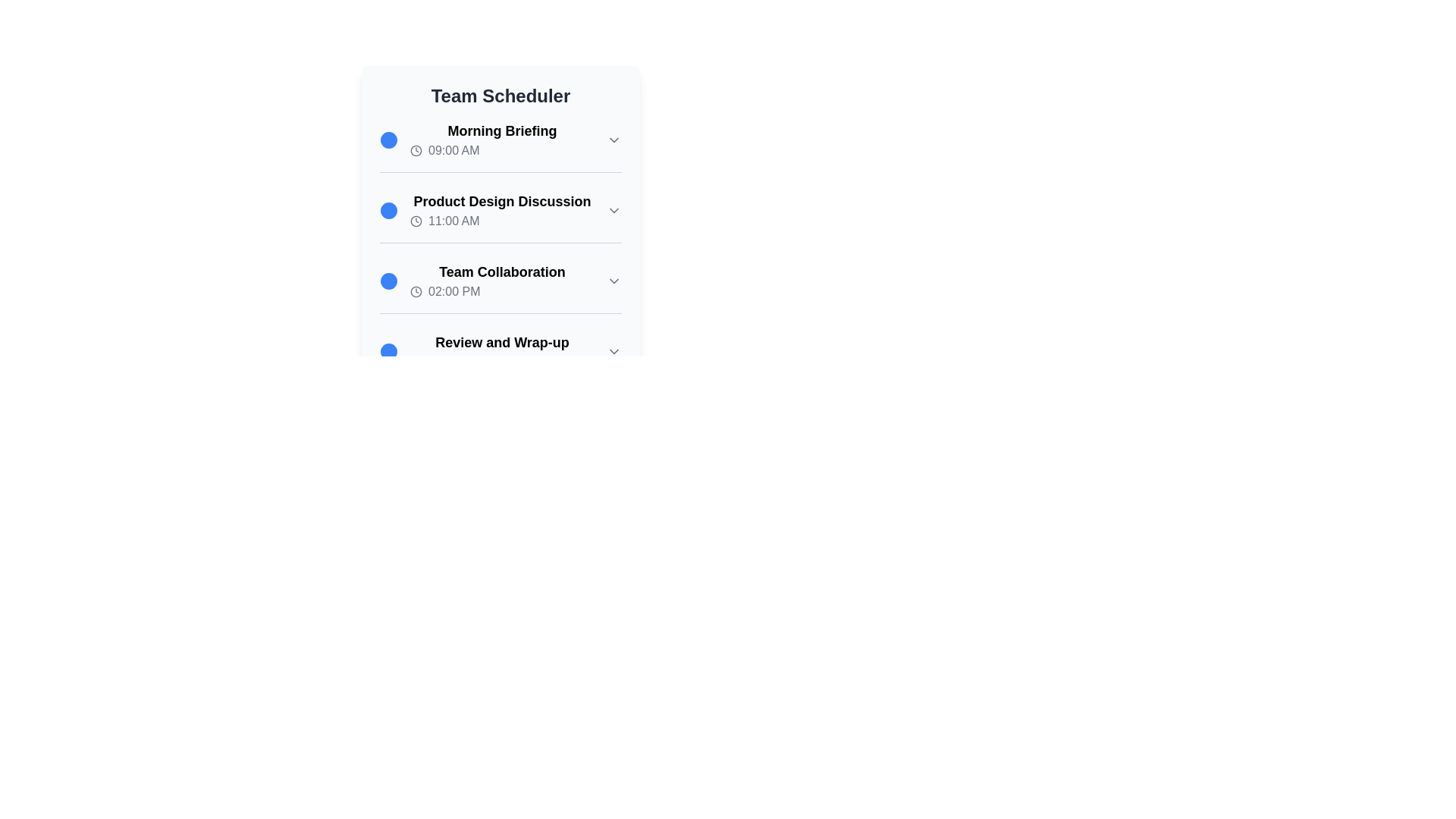 The image size is (1456, 819). What do you see at coordinates (389, 140) in the screenshot?
I see `the state of the small circular blue icon located to the left of the text 'Morning Briefing' in the first item of the list inside the 'Team Scheduler' panel` at bounding box center [389, 140].